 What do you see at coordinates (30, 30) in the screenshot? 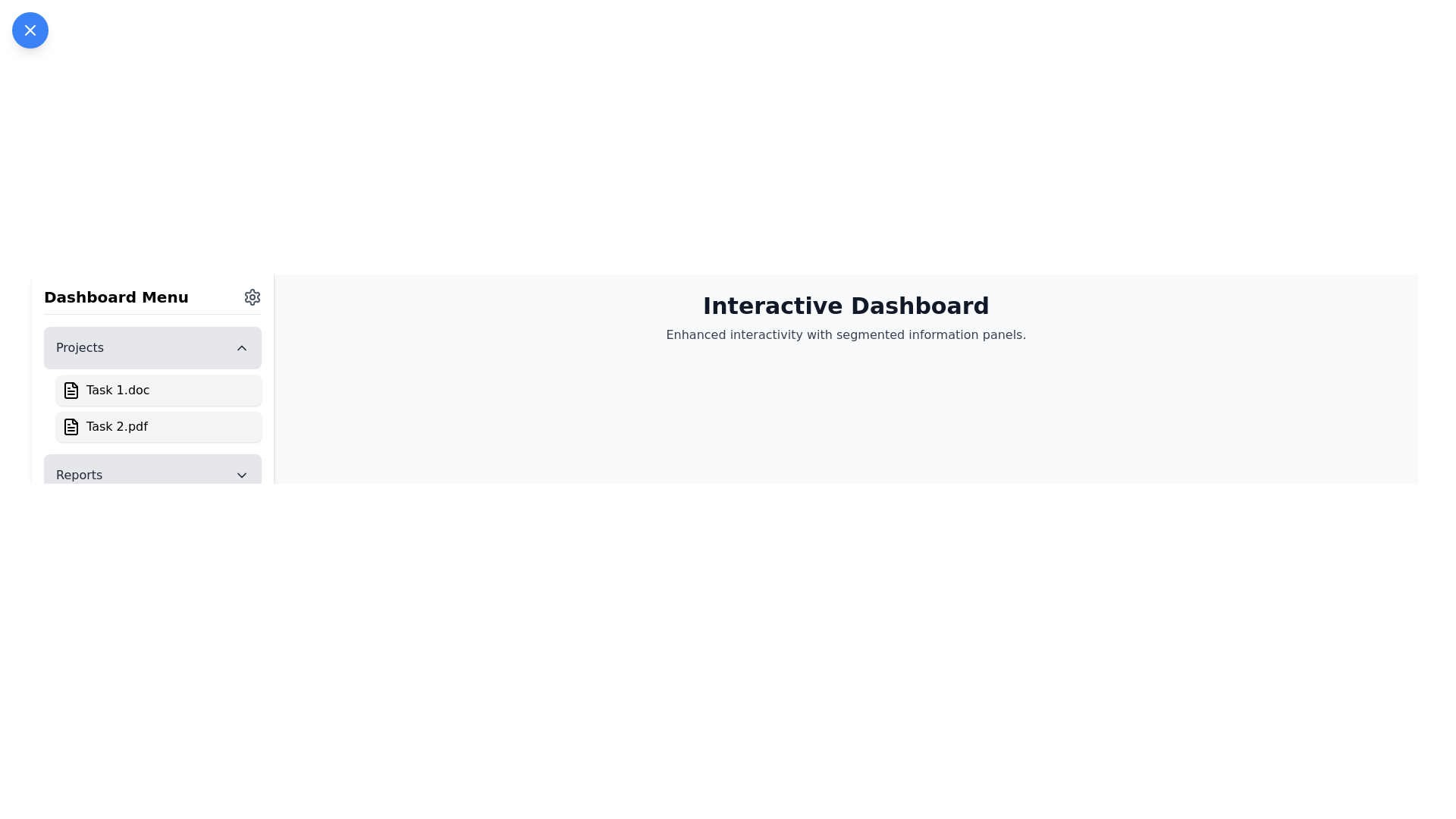
I see `the circular blue close button located in the upper left corner of the interface` at bounding box center [30, 30].